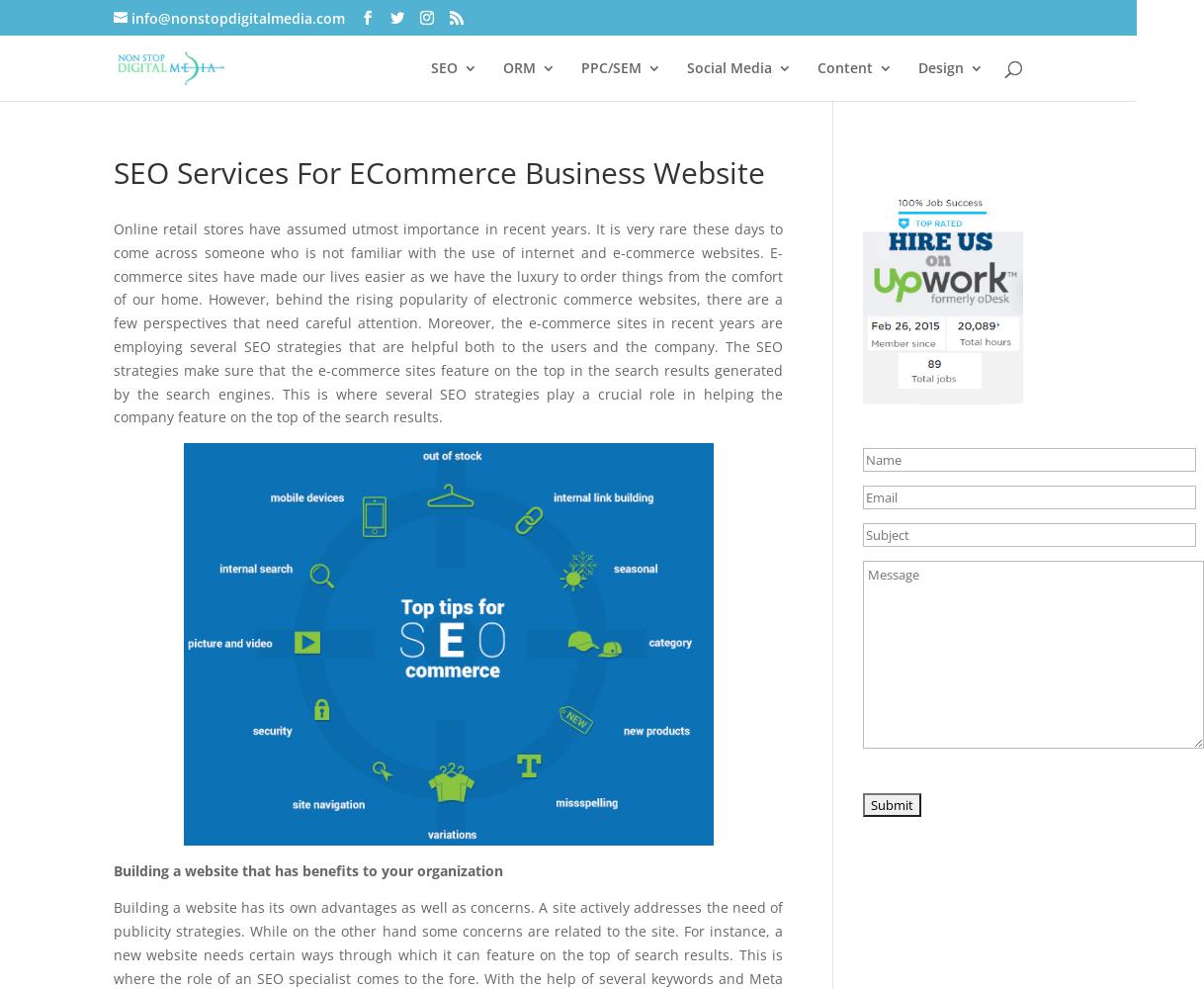 This screenshot has width=1204, height=989. What do you see at coordinates (439, 172) in the screenshot?
I see `'SEO Services For ECommerce Business Website'` at bounding box center [439, 172].